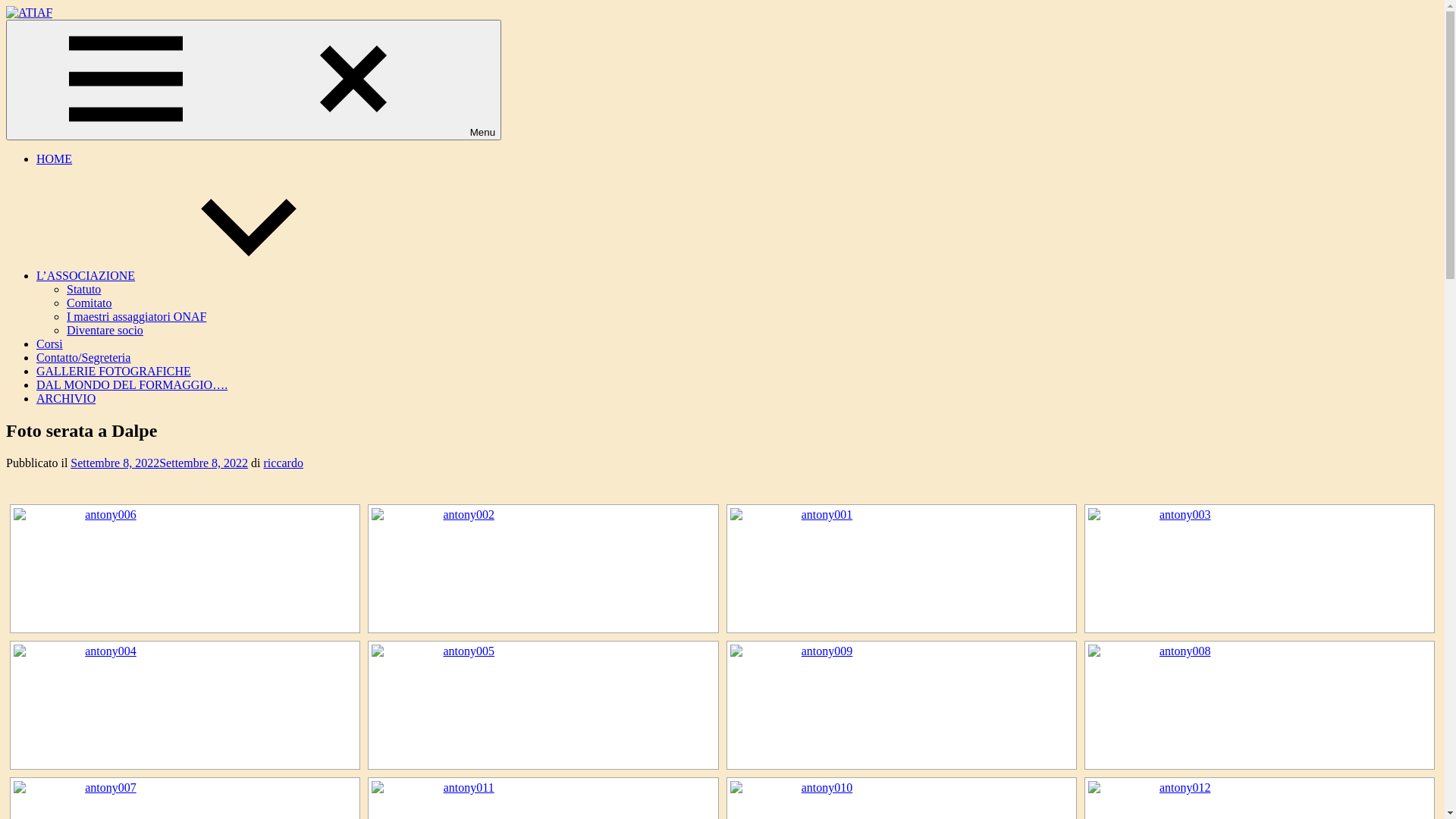 The image size is (1456, 819). Describe the element at coordinates (1178, 568) in the screenshot. I see `'antony003'` at that location.